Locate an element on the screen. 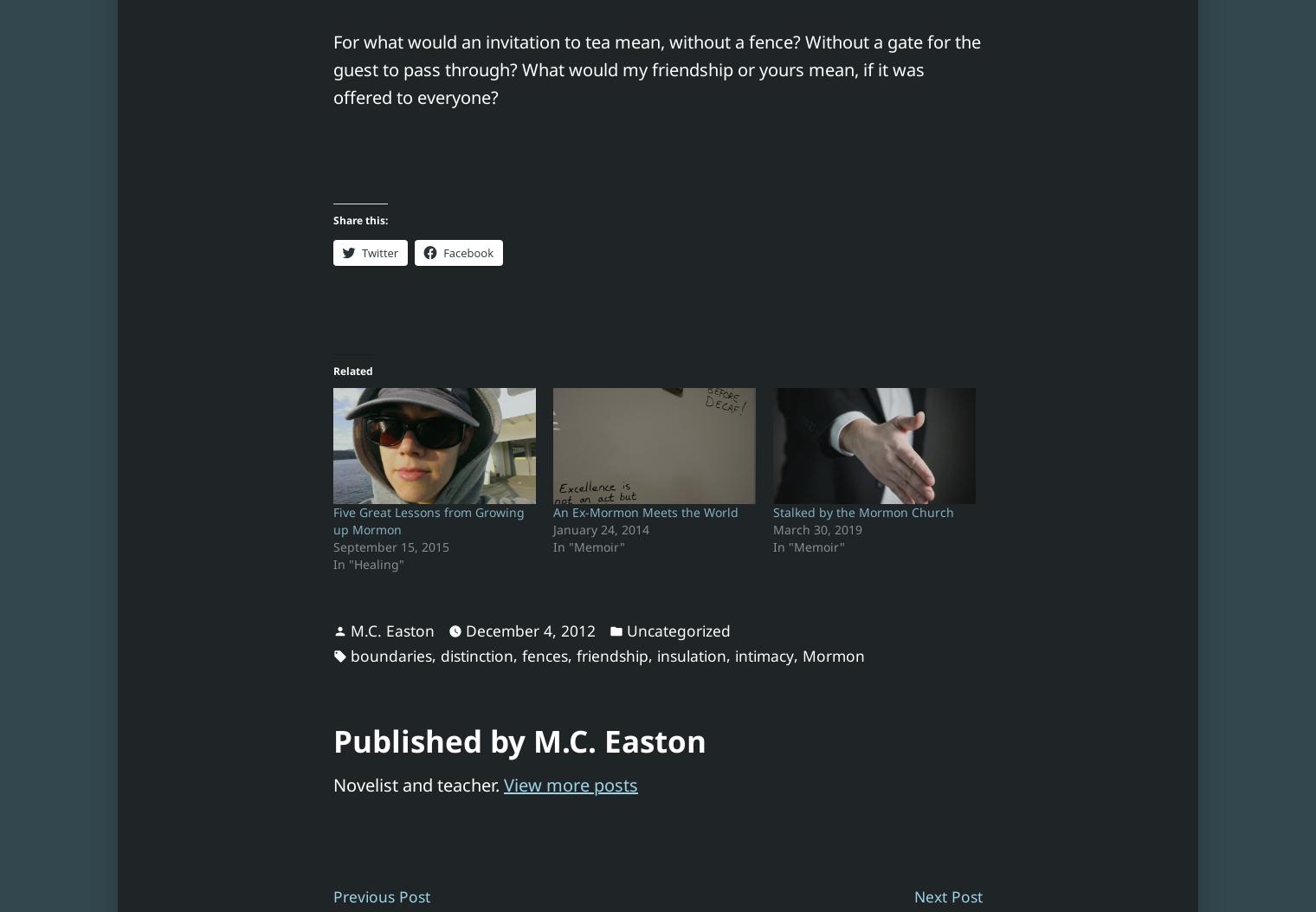 The height and width of the screenshot is (912, 1316). 'M.C. Easton' is located at coordinates (391, 630).